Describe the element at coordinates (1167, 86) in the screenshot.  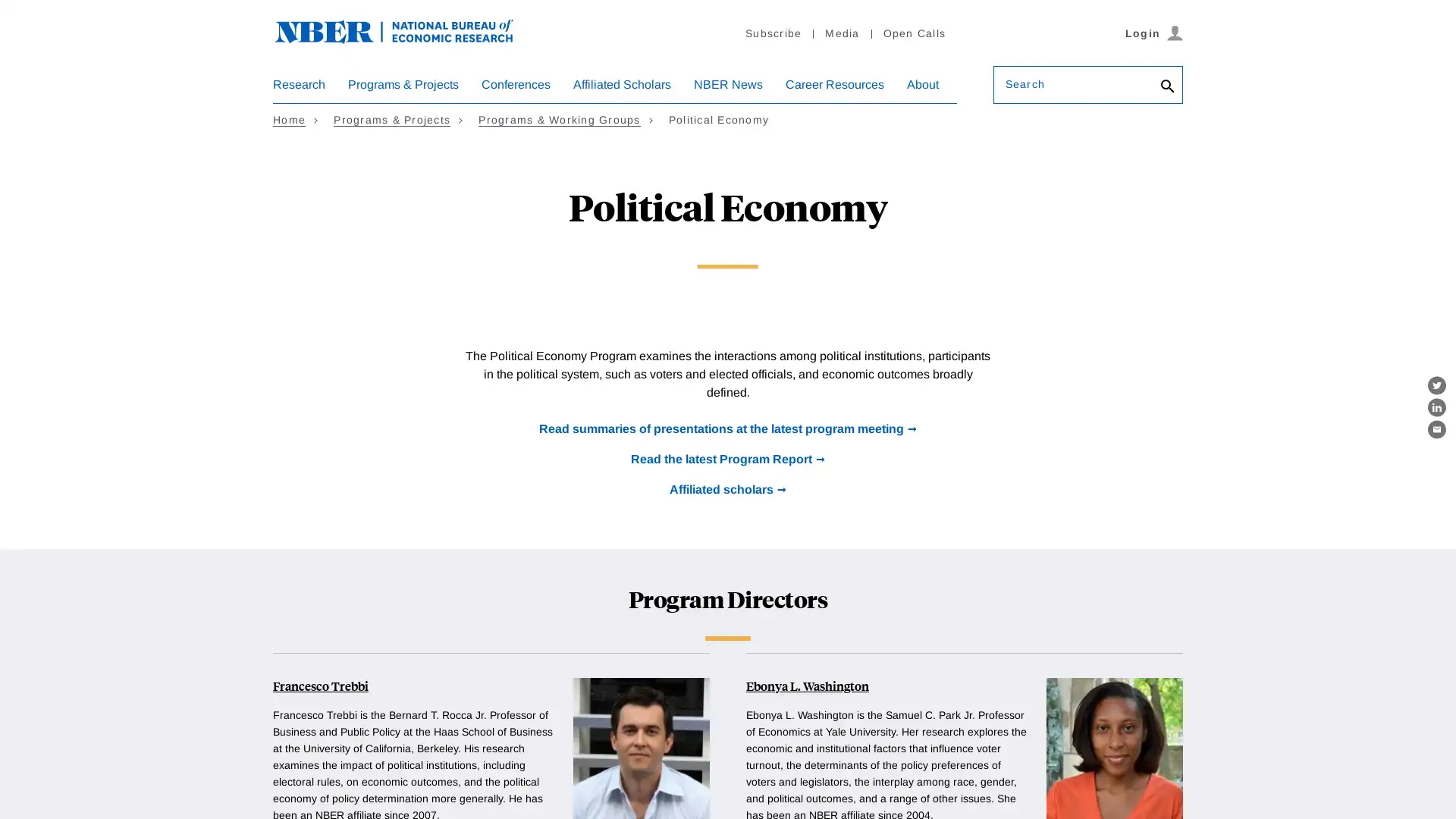
I see `Search` at that location.